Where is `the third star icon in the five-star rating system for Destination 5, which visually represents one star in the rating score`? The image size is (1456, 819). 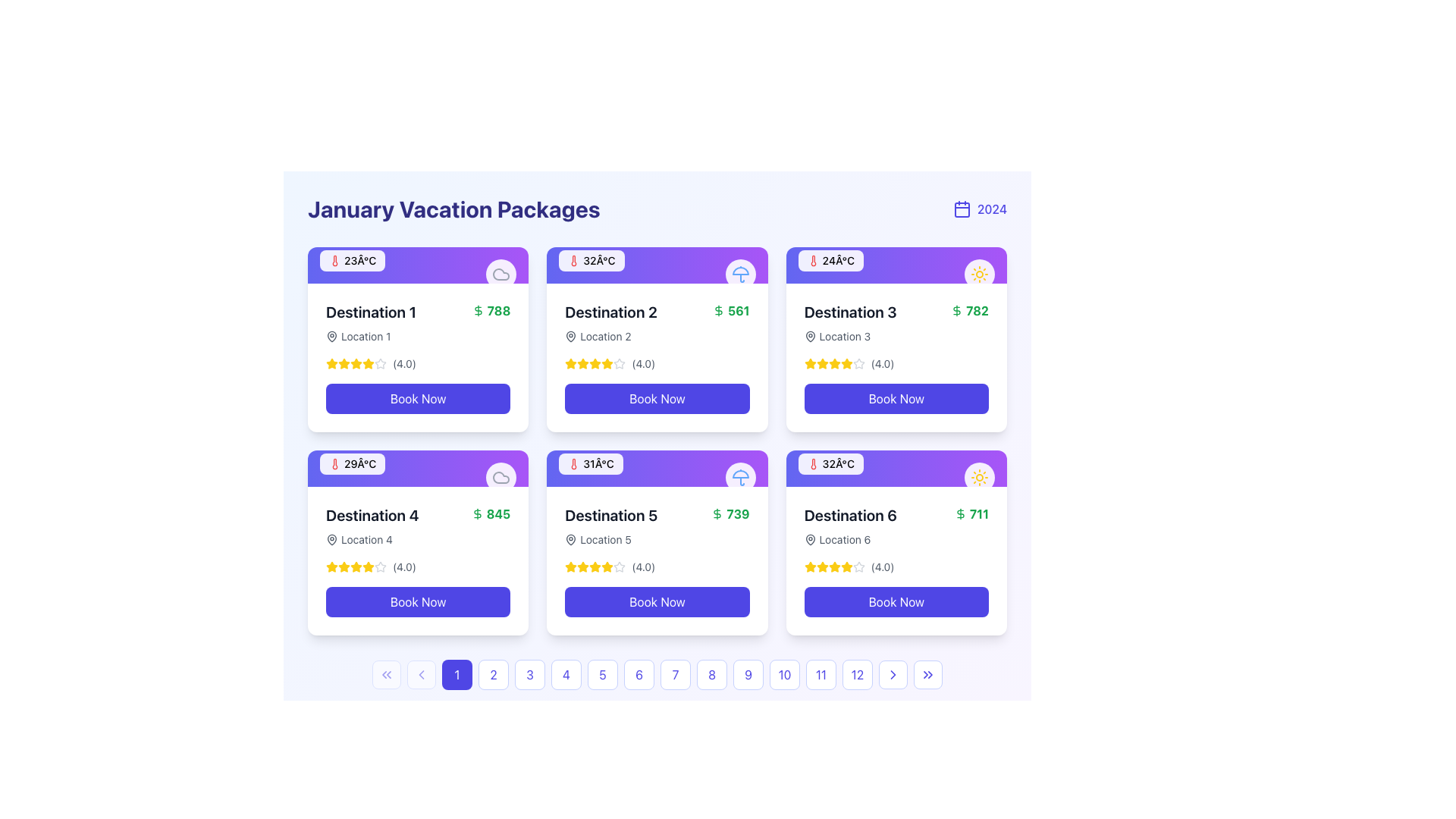 the third star icon in the five-star rating system for Destination 5, which visually represents one star in the rating score is located at coordinates (607, 566).